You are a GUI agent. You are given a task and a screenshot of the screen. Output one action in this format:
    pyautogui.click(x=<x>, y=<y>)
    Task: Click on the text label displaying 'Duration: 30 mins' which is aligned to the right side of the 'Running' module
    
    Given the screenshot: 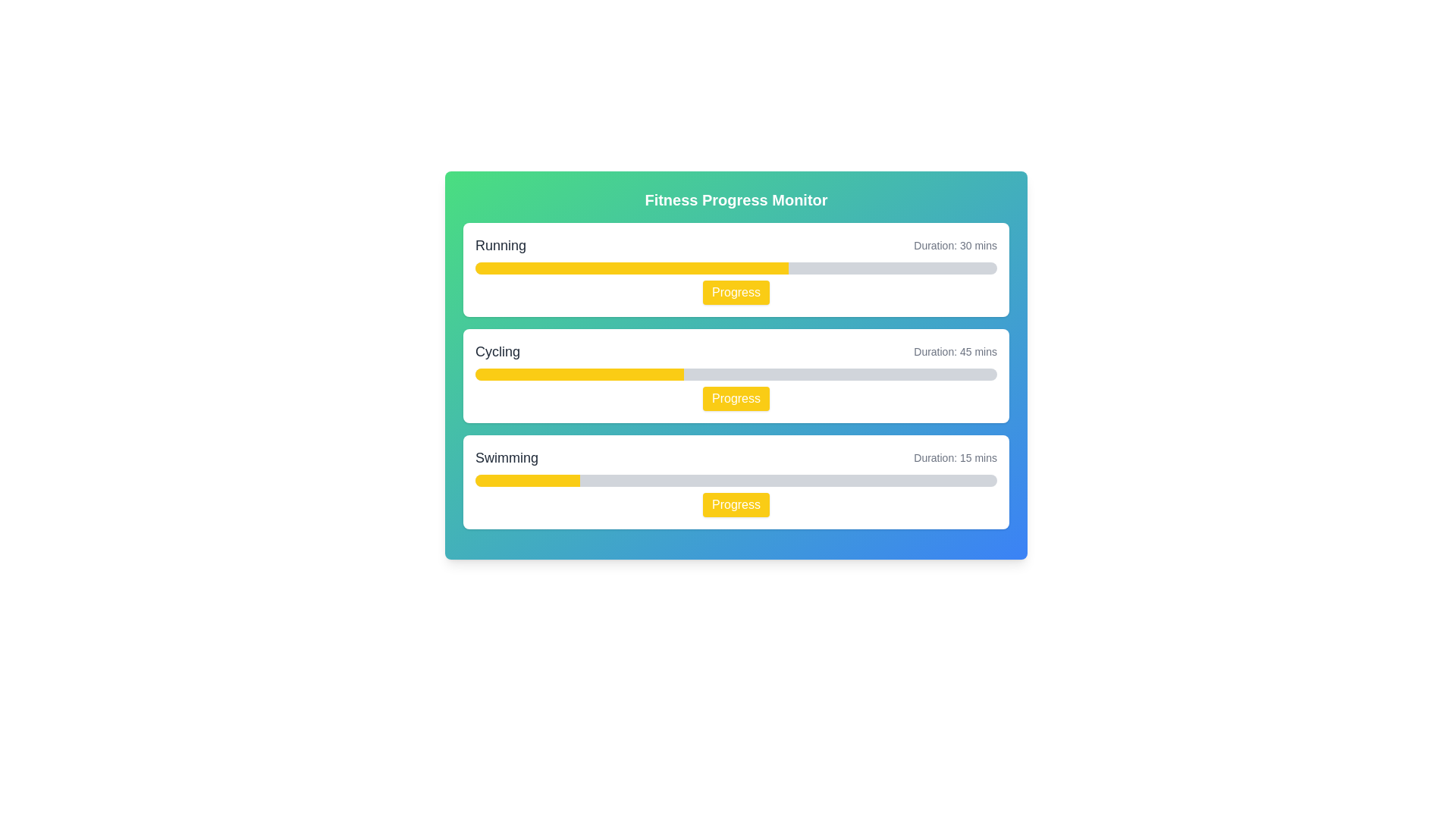 What is the action you would take?
    pyautogui.click(x=955, y=245)
    